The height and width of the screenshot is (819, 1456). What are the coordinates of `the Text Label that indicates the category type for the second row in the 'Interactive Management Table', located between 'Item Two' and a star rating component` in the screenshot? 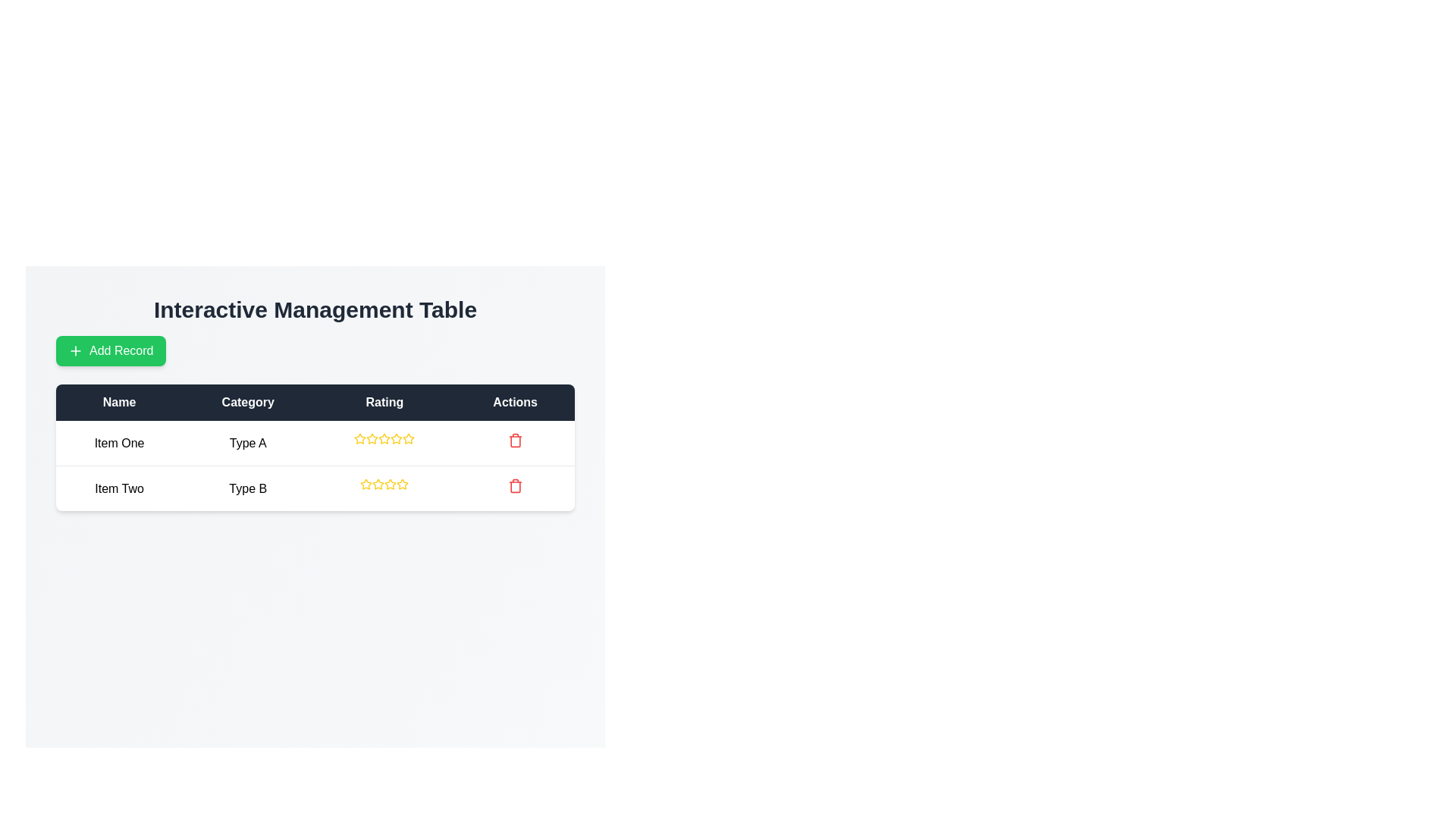 It's located at (248, 488).